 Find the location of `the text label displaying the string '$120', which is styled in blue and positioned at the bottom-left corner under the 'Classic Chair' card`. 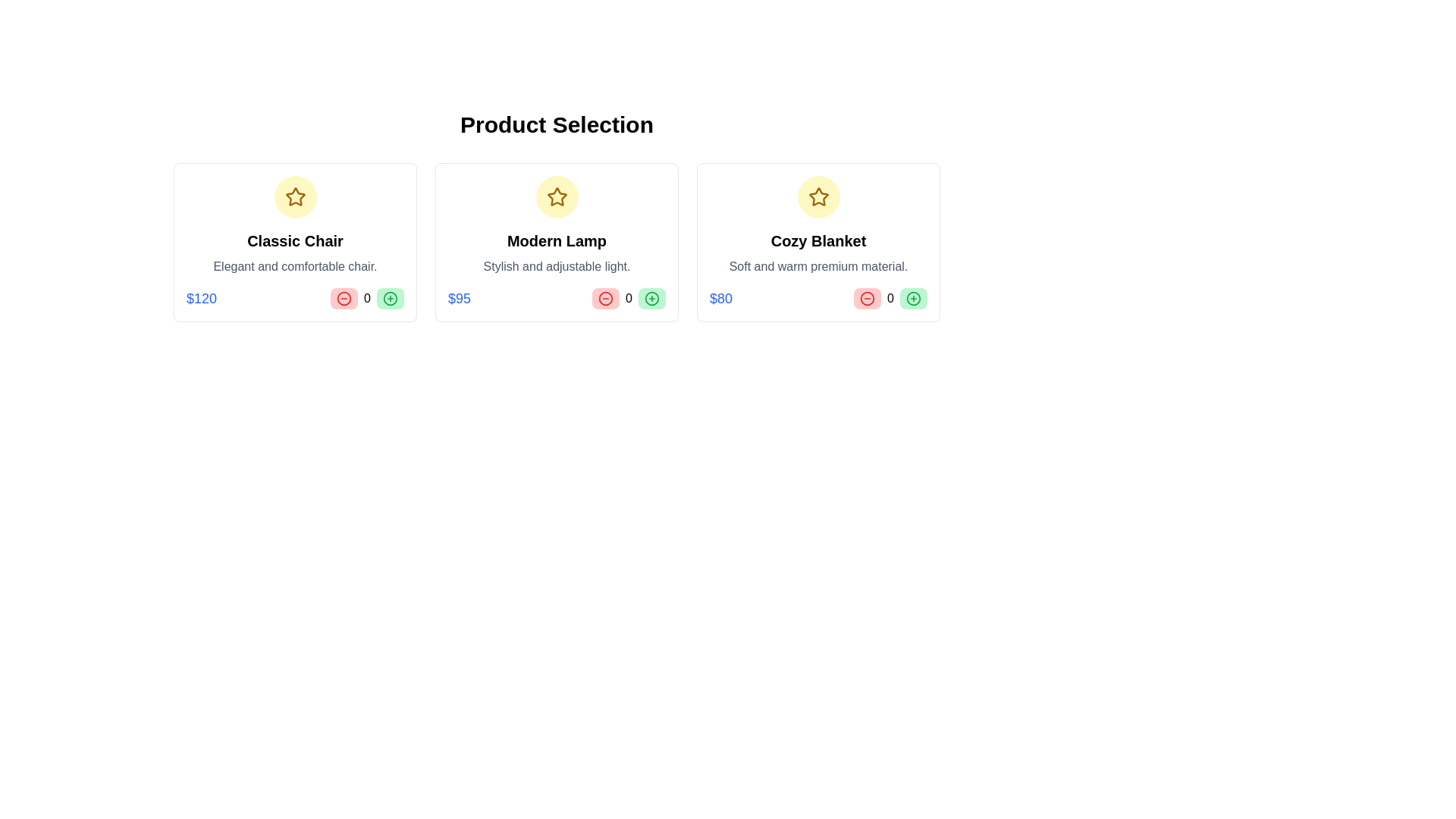

the text label displaying the string '$120', which is styled in blue and positioned at the bottom-left corner under the 'Classic Chair' card is located at coordinates (201, 298).